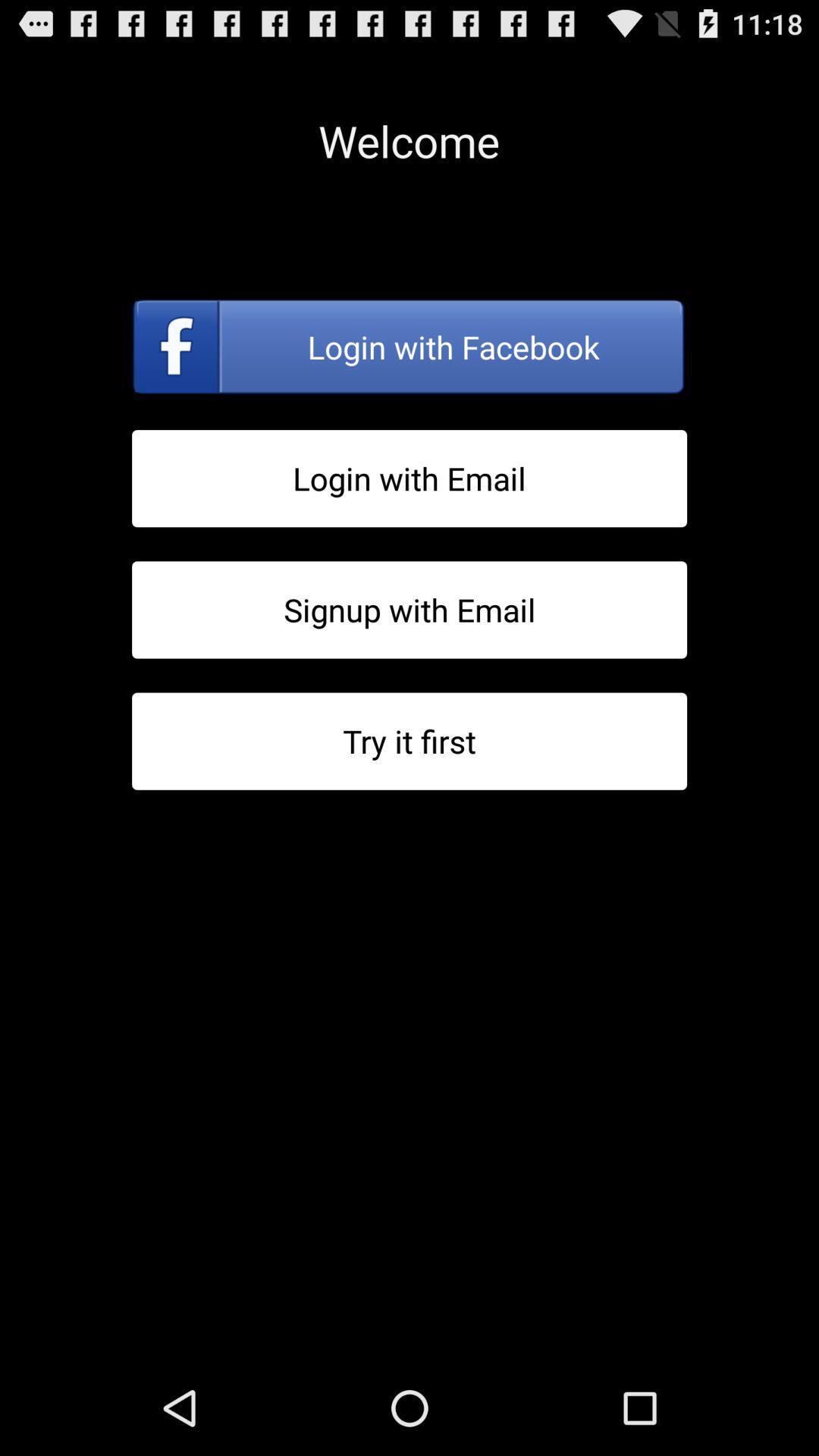  I want to click on try it before signing up, so click(409, 741).